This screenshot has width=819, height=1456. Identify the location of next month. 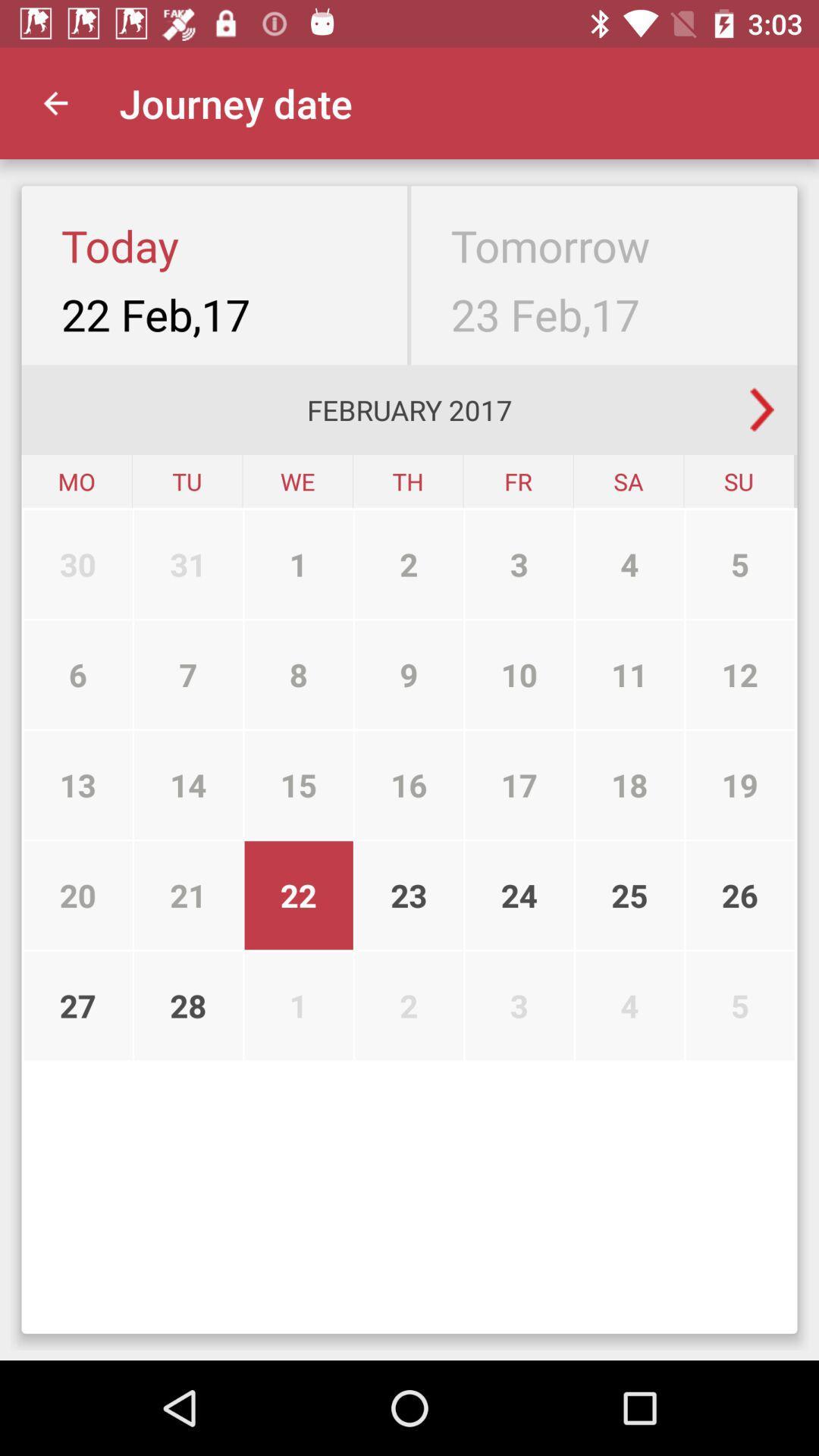
(762, 409).